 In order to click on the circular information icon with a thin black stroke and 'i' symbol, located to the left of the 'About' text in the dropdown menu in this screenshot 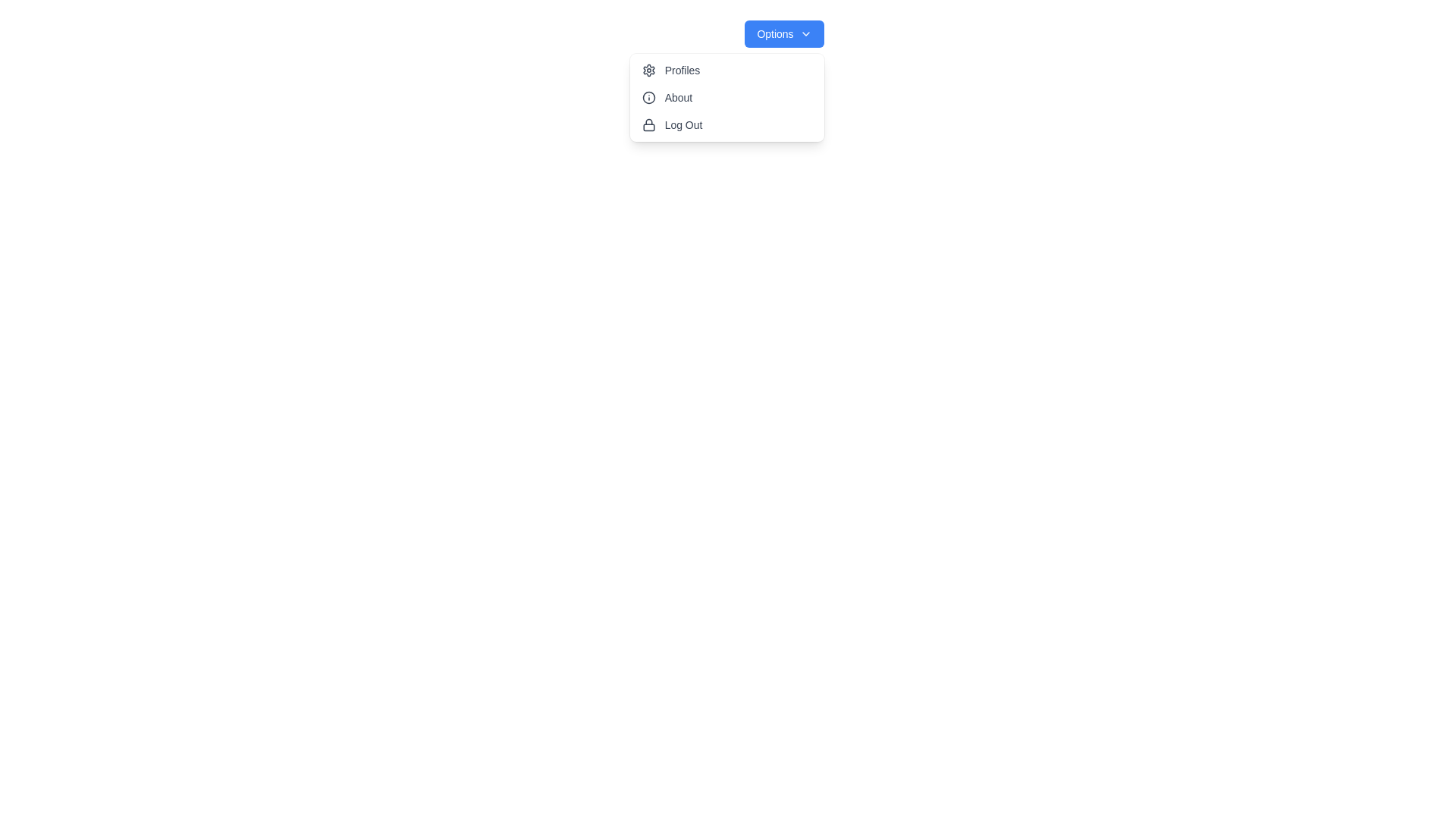, I will do `click(648, 97)`.